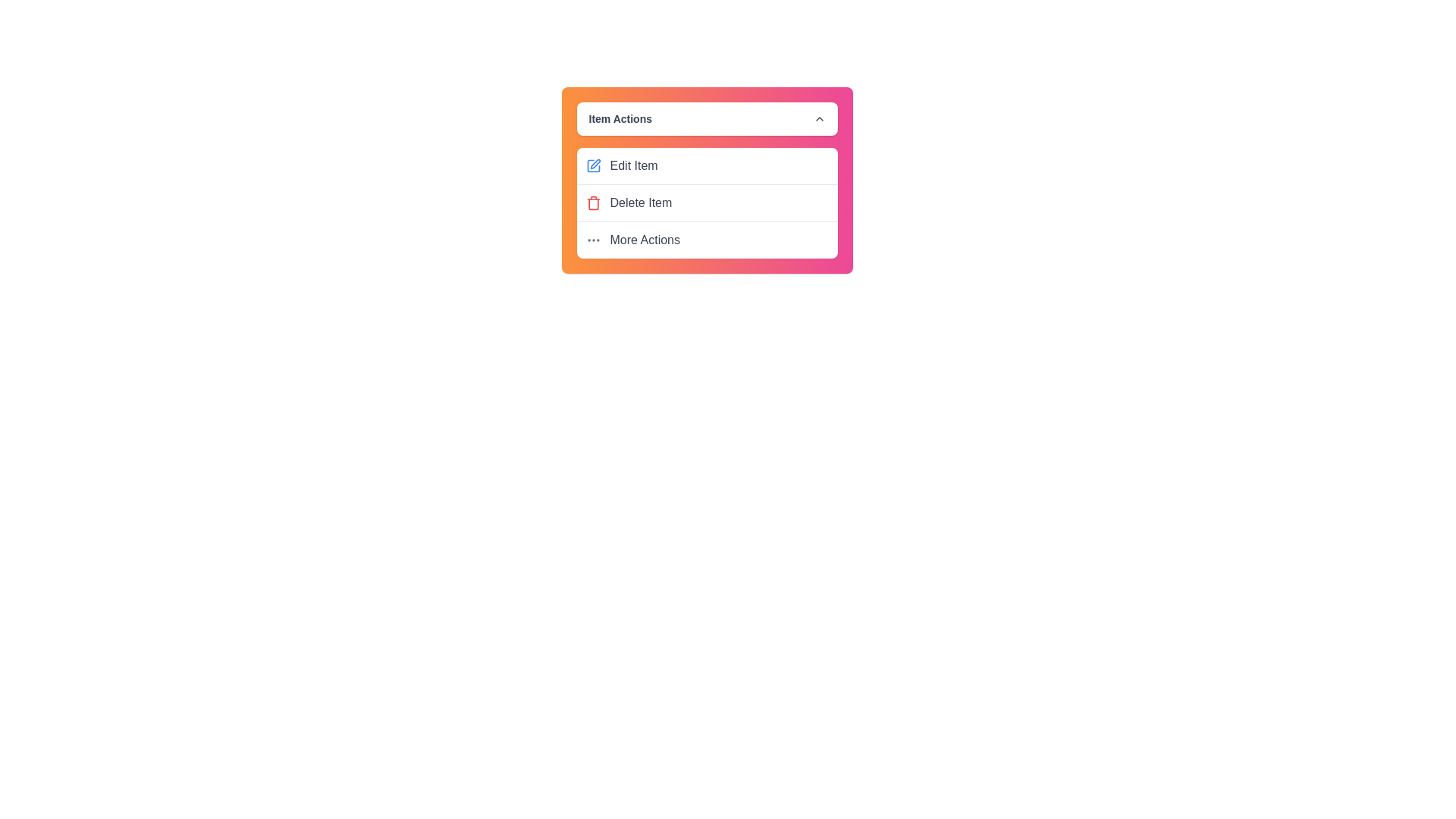 The image size is (1456, 819). What do you see at coordinates (706, 166) in the screenshot?
I see `the 'Edit Item' option in the menu` at bounding box center [706, 166].